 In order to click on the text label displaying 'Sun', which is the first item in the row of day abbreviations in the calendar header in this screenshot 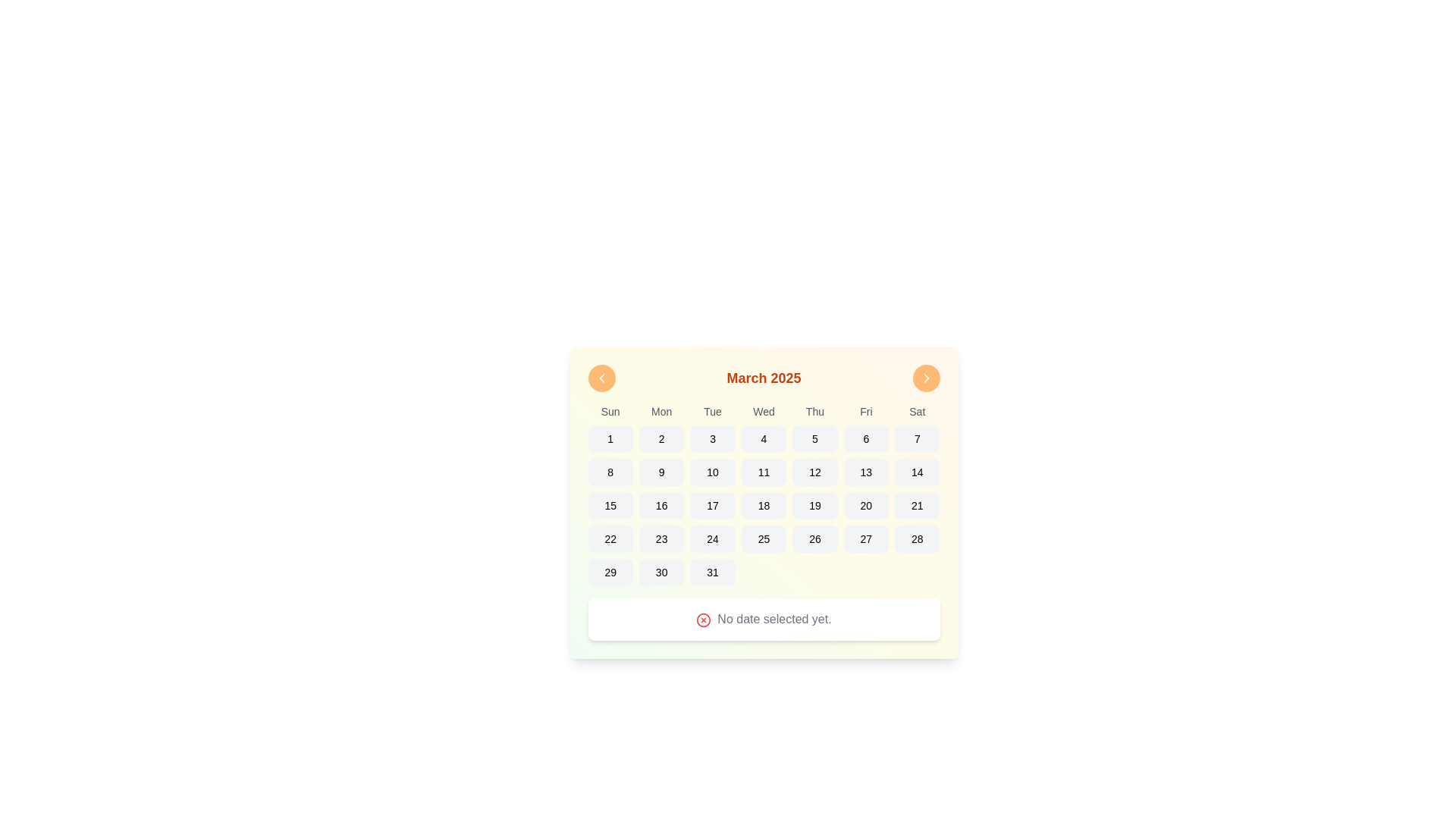, I will do `click(610, 412)`.